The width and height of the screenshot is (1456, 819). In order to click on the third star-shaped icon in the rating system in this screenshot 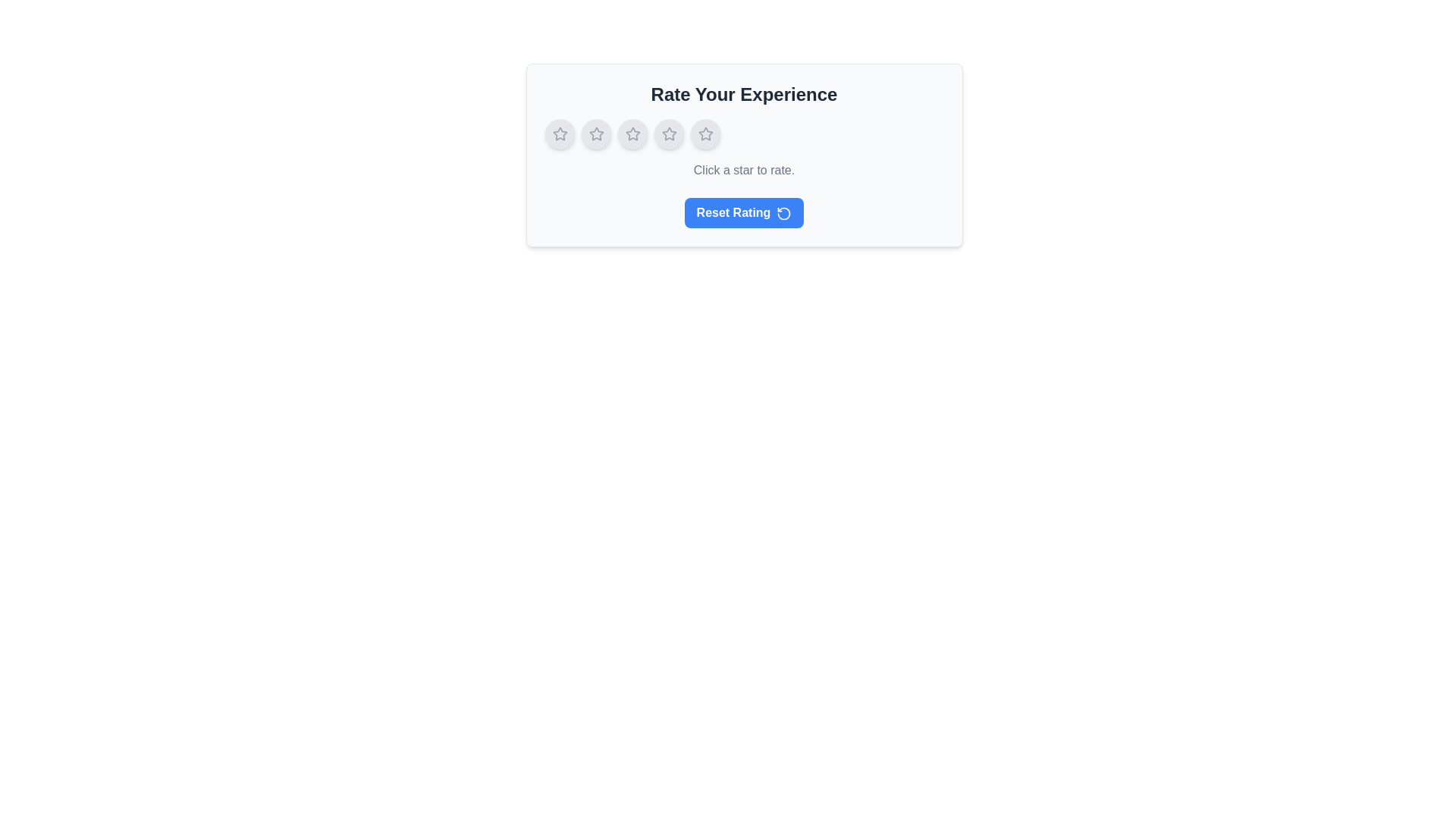, I will do `click(668, 133)`.